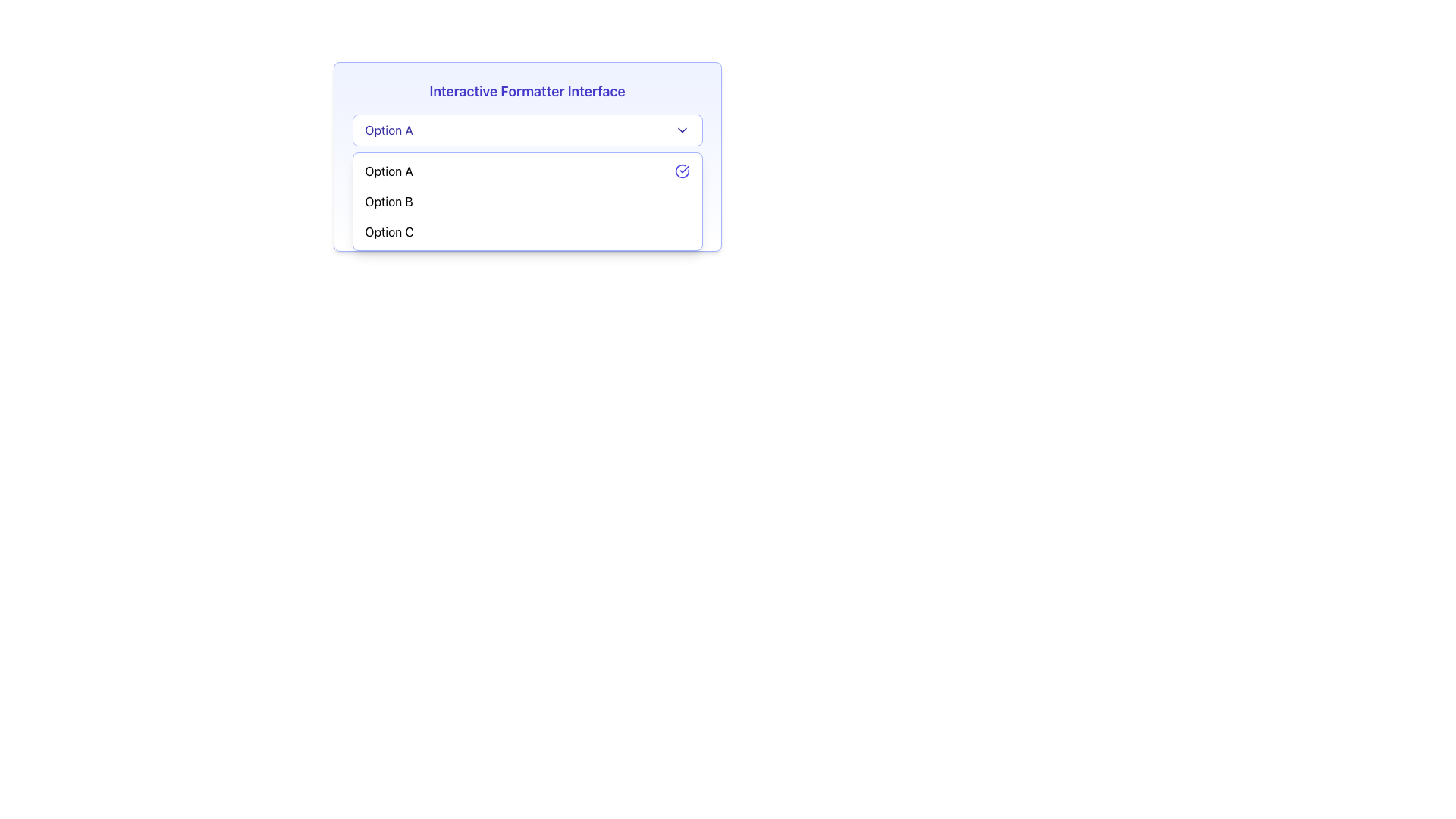  What do you see at coordinates (389, 231) in the screenshot?
I see `the third option in the dropdown menu` at bounding box center [389, 231].